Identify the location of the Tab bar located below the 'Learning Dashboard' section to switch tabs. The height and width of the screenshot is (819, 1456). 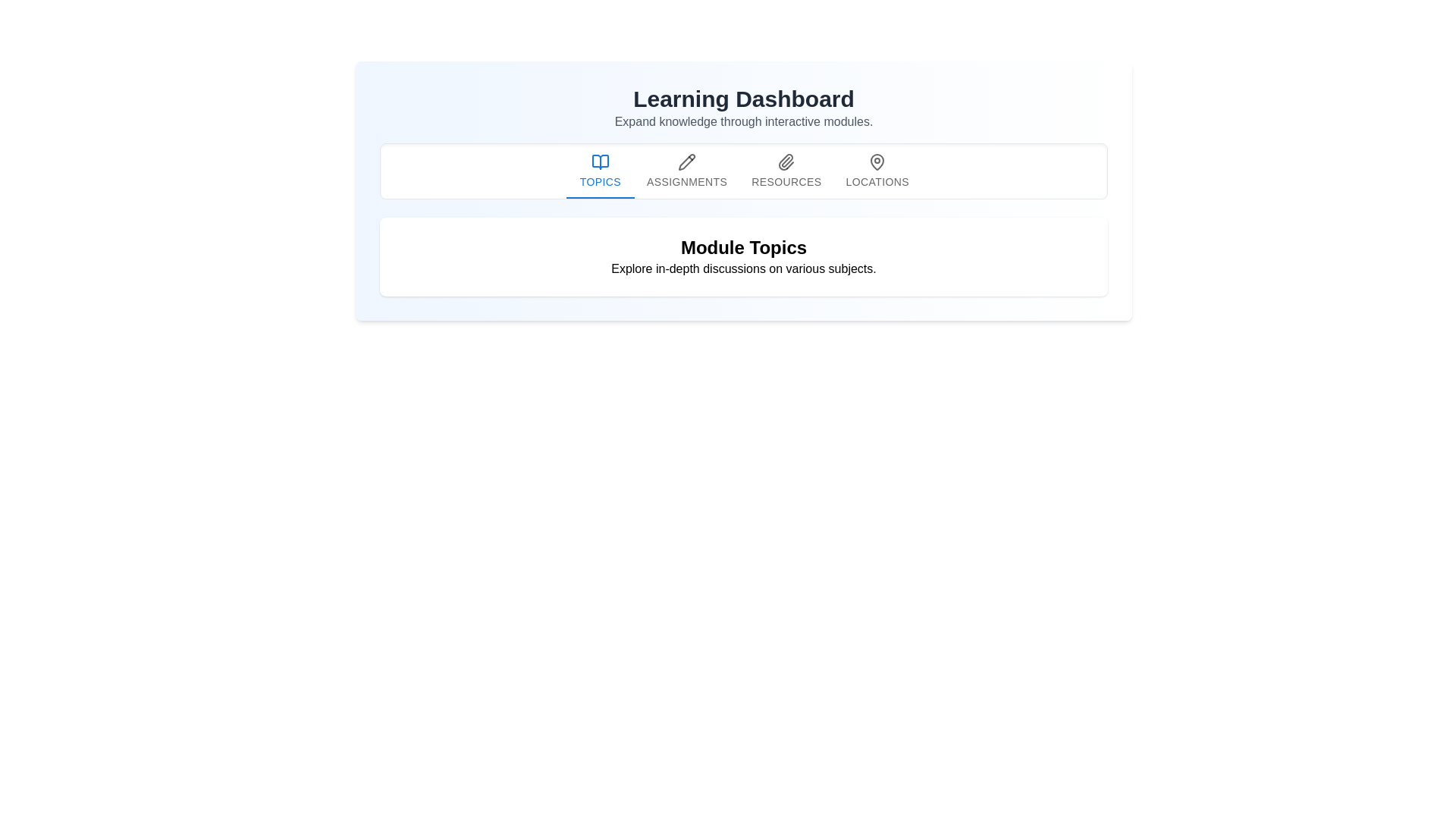
(743, 171).